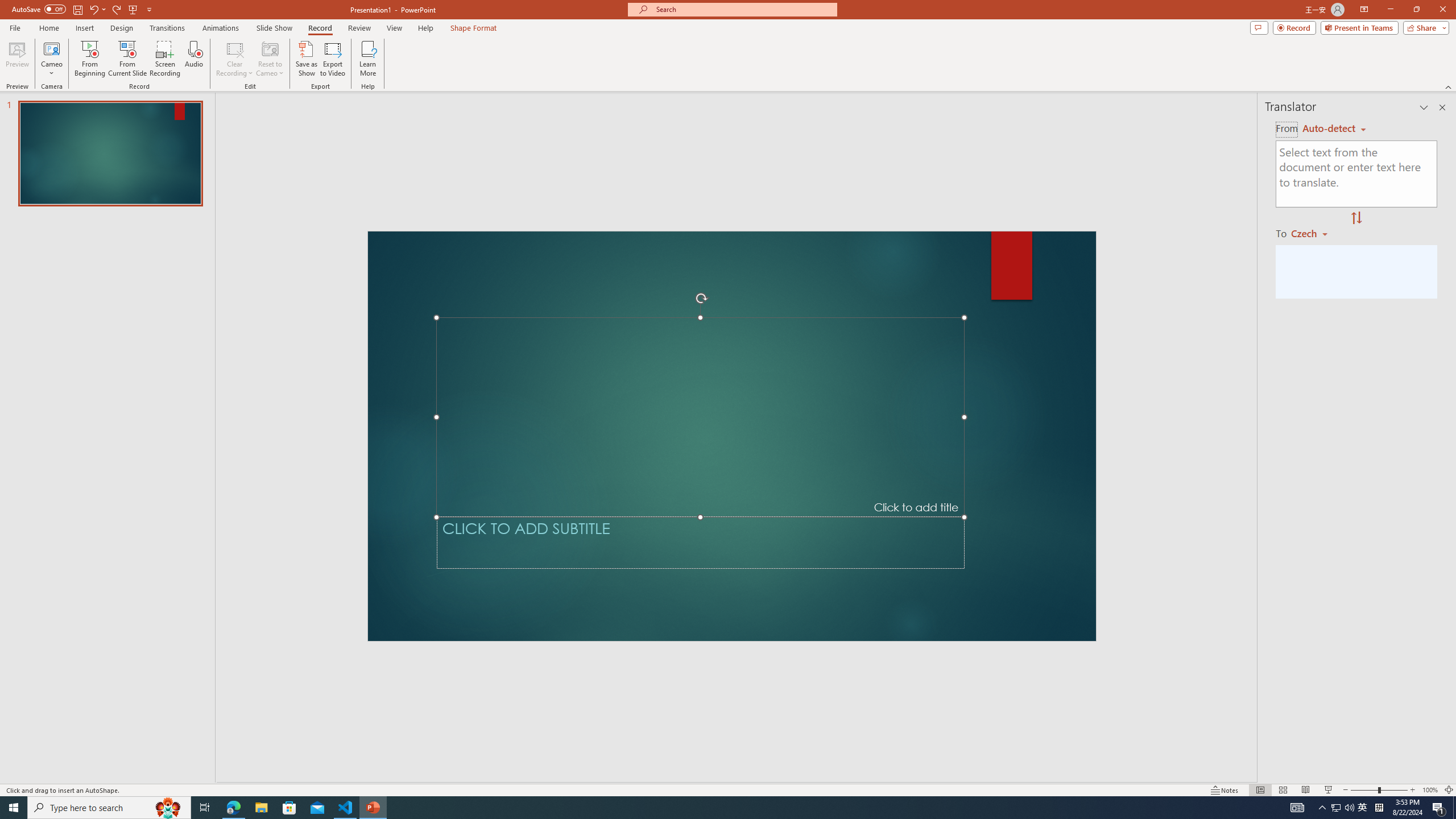 The image size is (1456, 819). What do you see at coordinates (1356, 218) in the screenshot?
I see `'Swap "from" and "to" languages.'` at bounding box center [1356, 218].